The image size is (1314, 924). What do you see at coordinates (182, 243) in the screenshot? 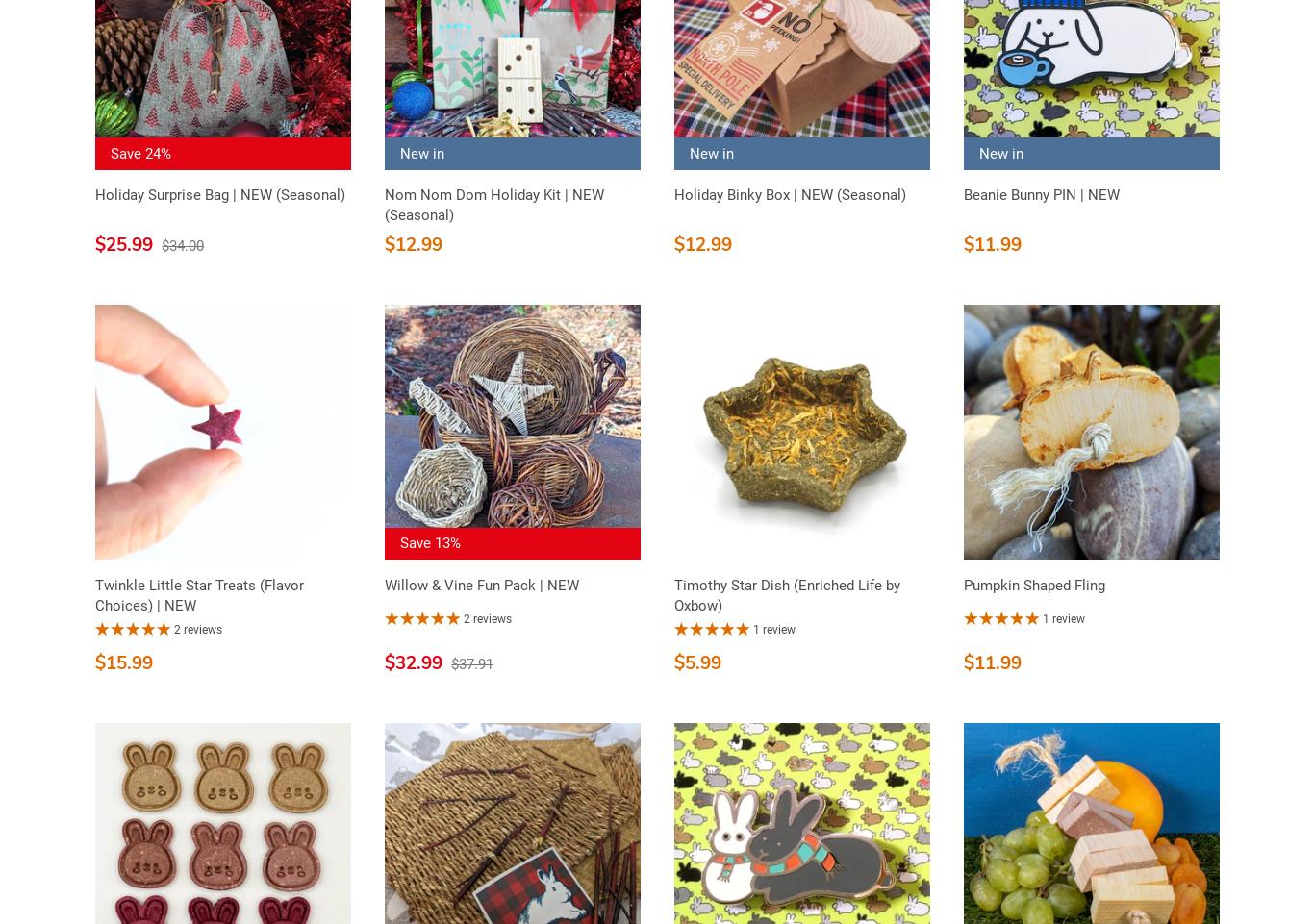
I see `'$34.00'` at bounding box center [182, 243].